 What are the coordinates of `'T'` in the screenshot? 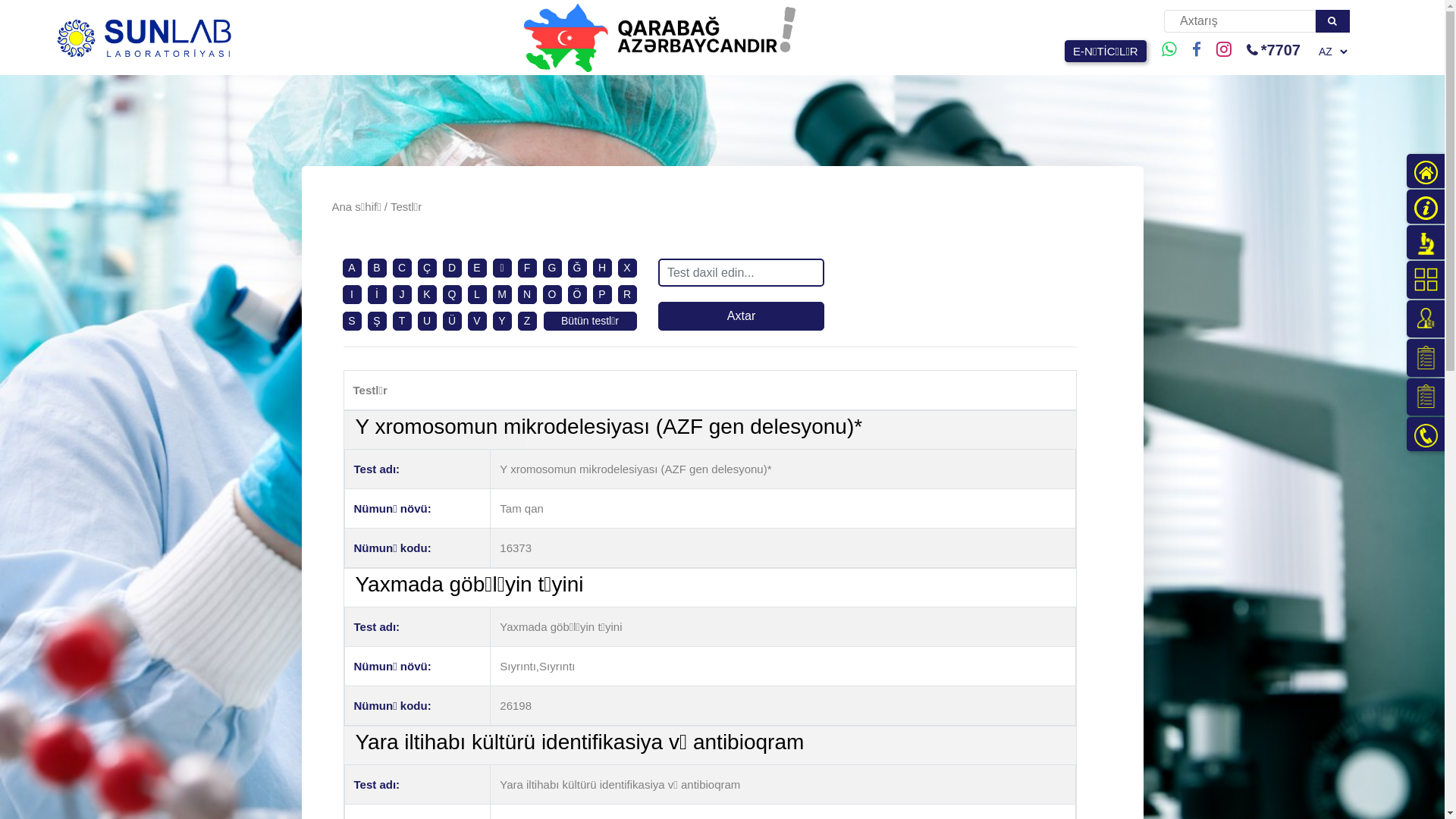 It's located at (402, 320).